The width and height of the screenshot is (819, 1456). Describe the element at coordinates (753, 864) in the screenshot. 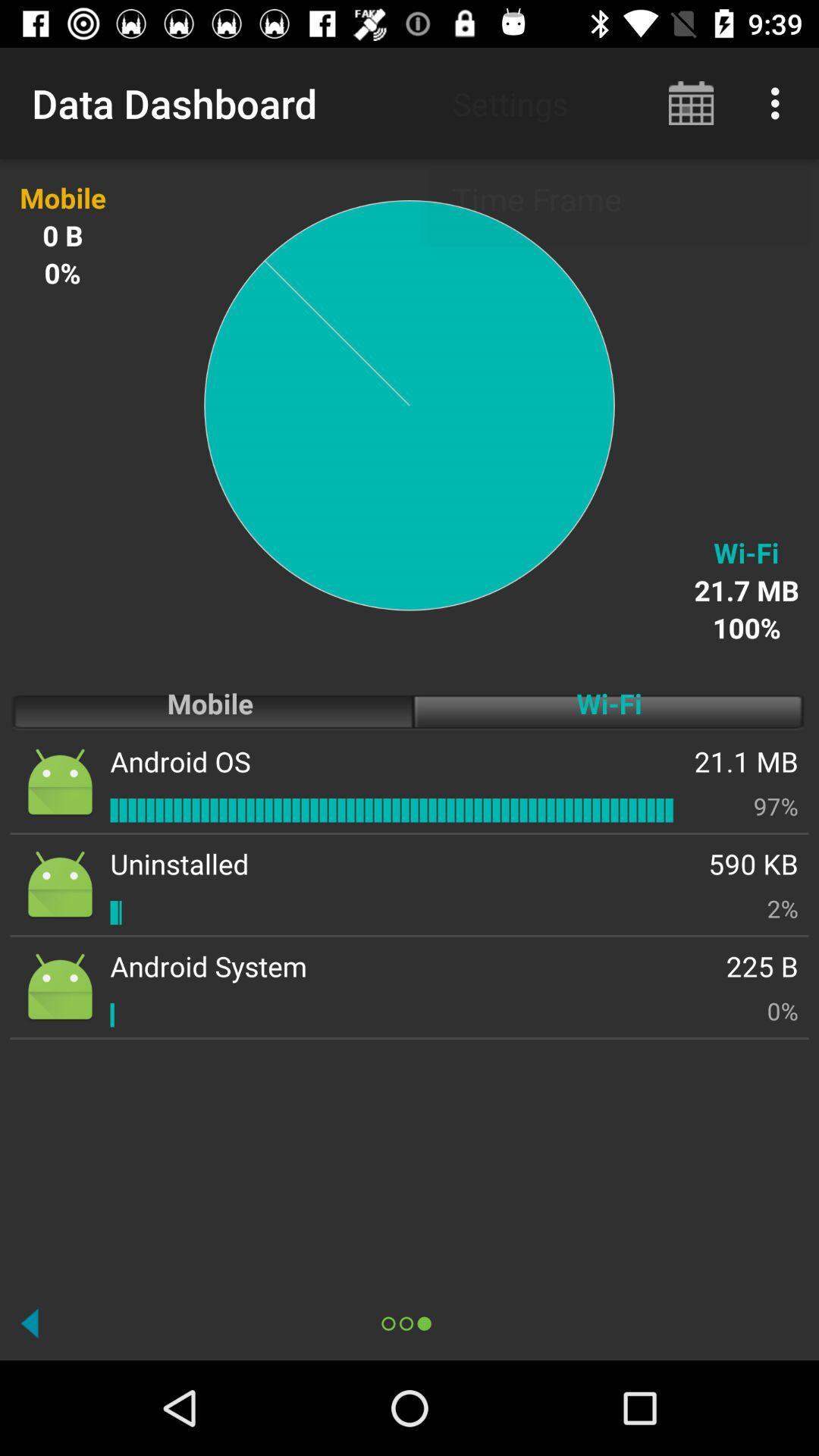

I see `app above the 2%` at that location.